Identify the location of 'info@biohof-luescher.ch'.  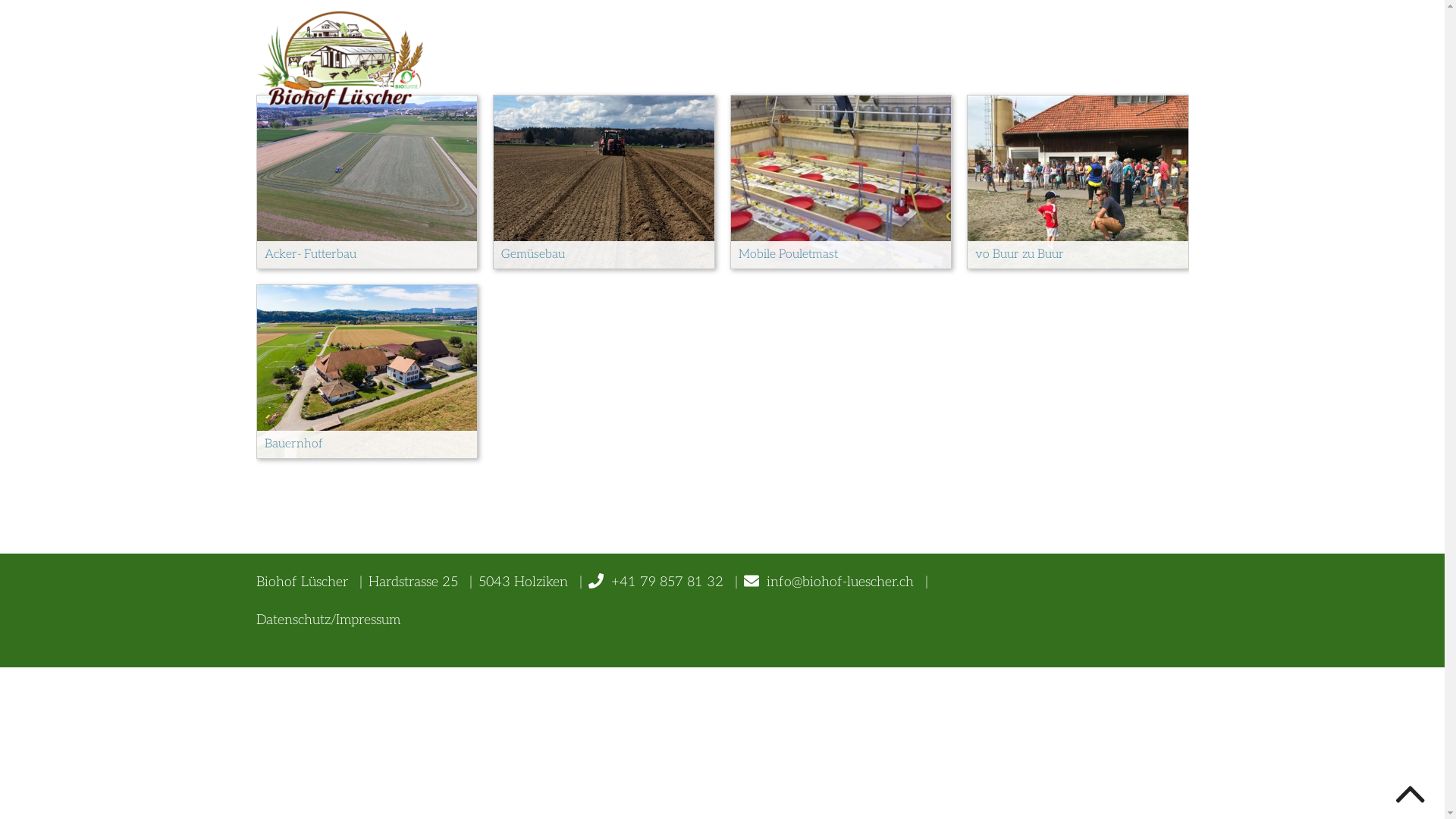
(827, 581).